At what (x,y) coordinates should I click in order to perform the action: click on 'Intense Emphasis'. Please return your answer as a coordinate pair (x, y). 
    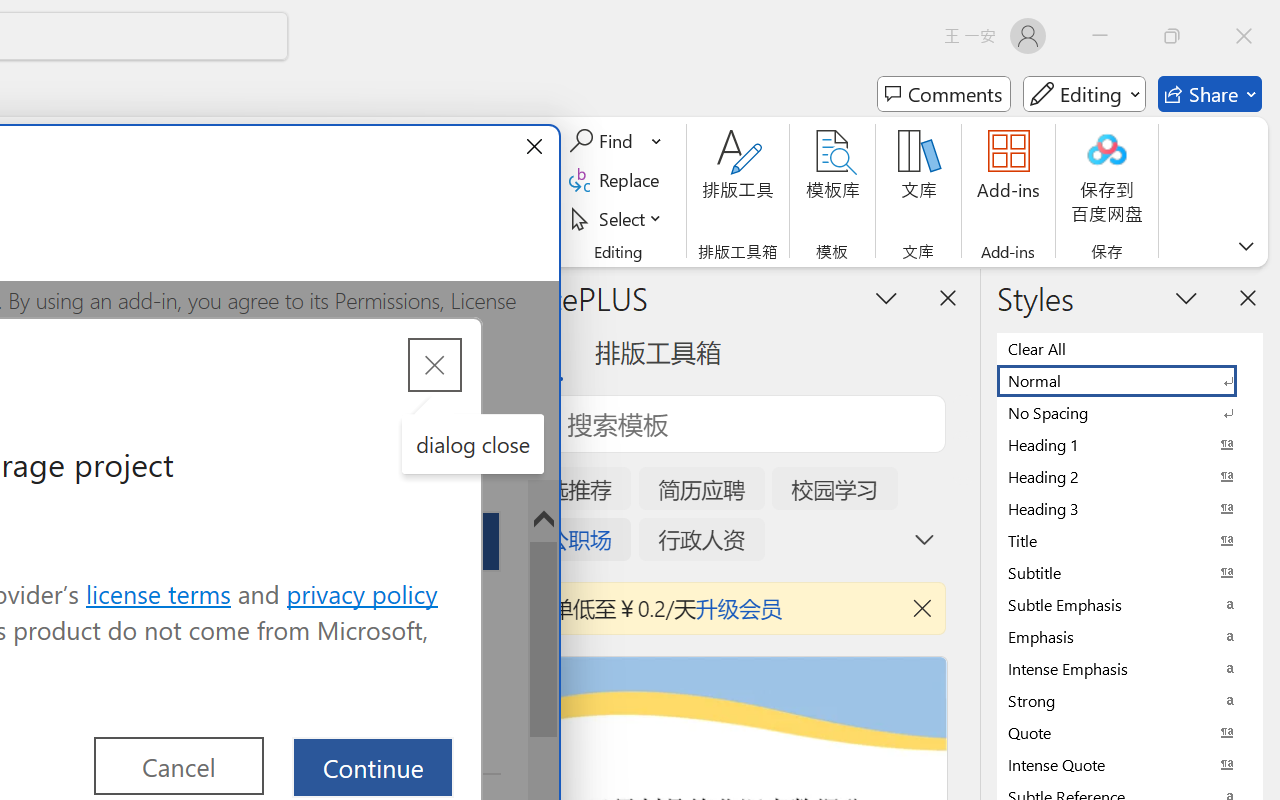
    Looking at the image, I should click on (1130, 668).